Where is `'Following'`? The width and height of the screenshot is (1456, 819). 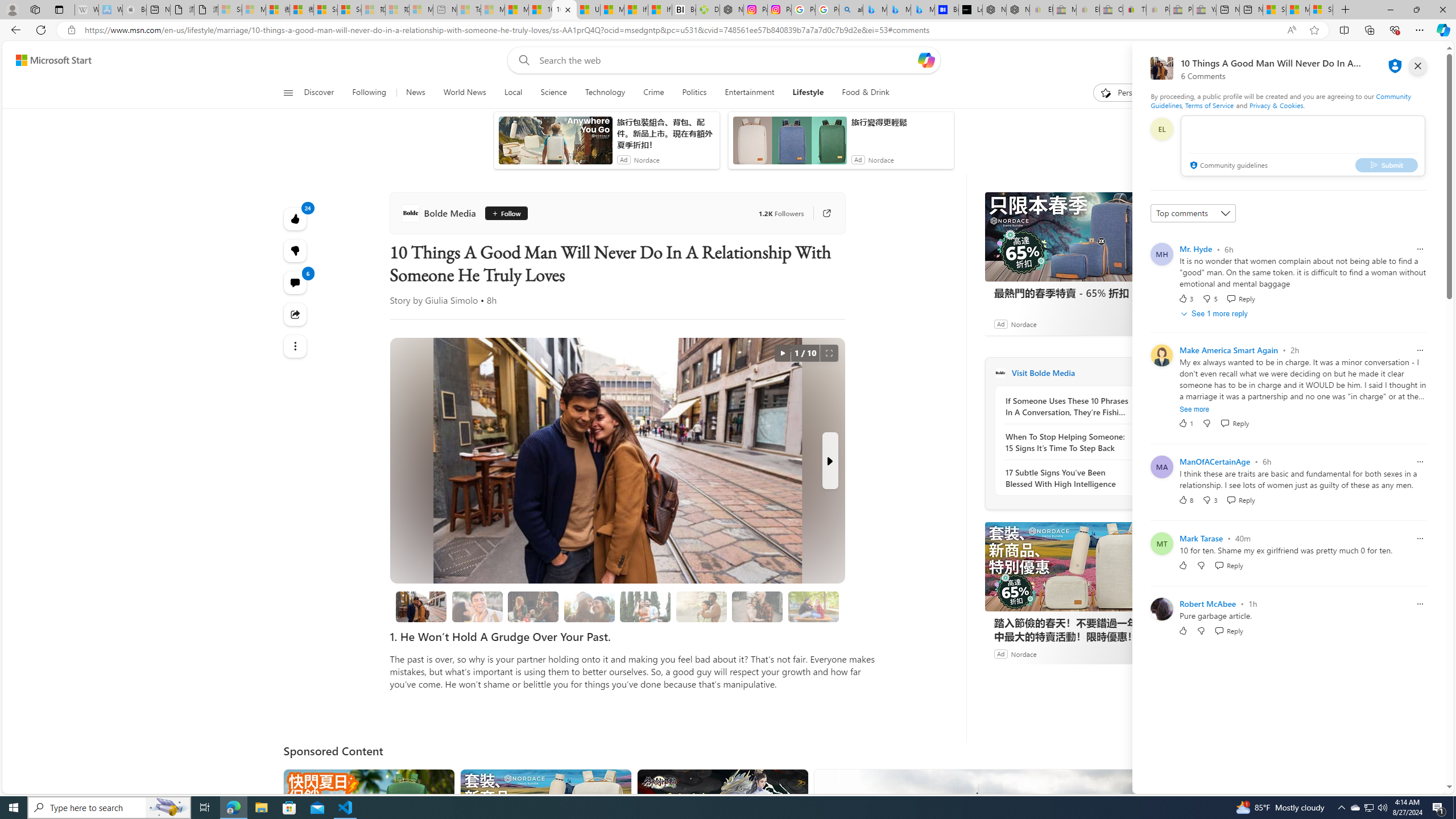 'Following' is located at coordinates (370, 92).